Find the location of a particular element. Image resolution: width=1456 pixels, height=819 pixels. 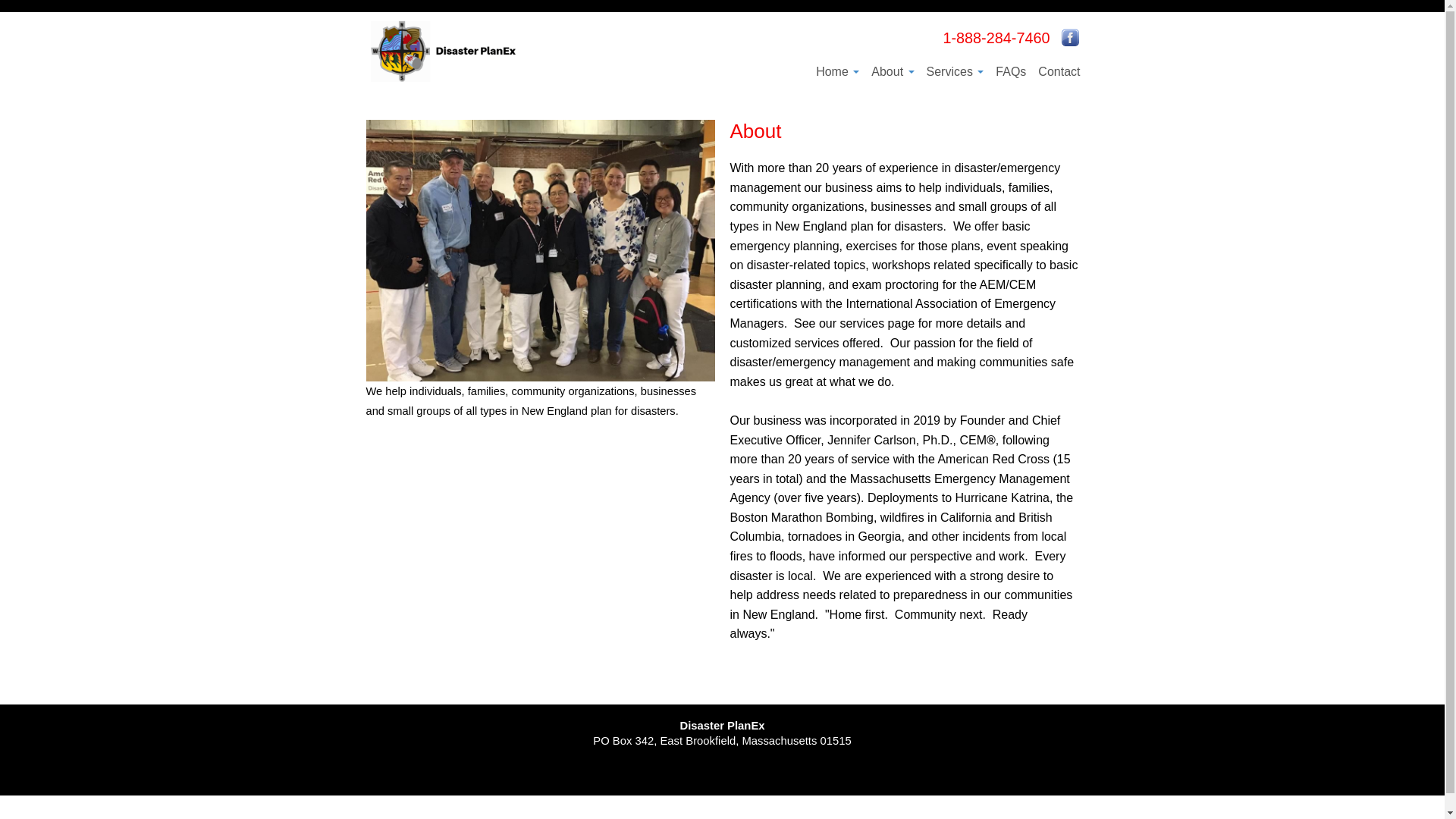

'1-888-284-7460' is located at coordinates (996, 37).